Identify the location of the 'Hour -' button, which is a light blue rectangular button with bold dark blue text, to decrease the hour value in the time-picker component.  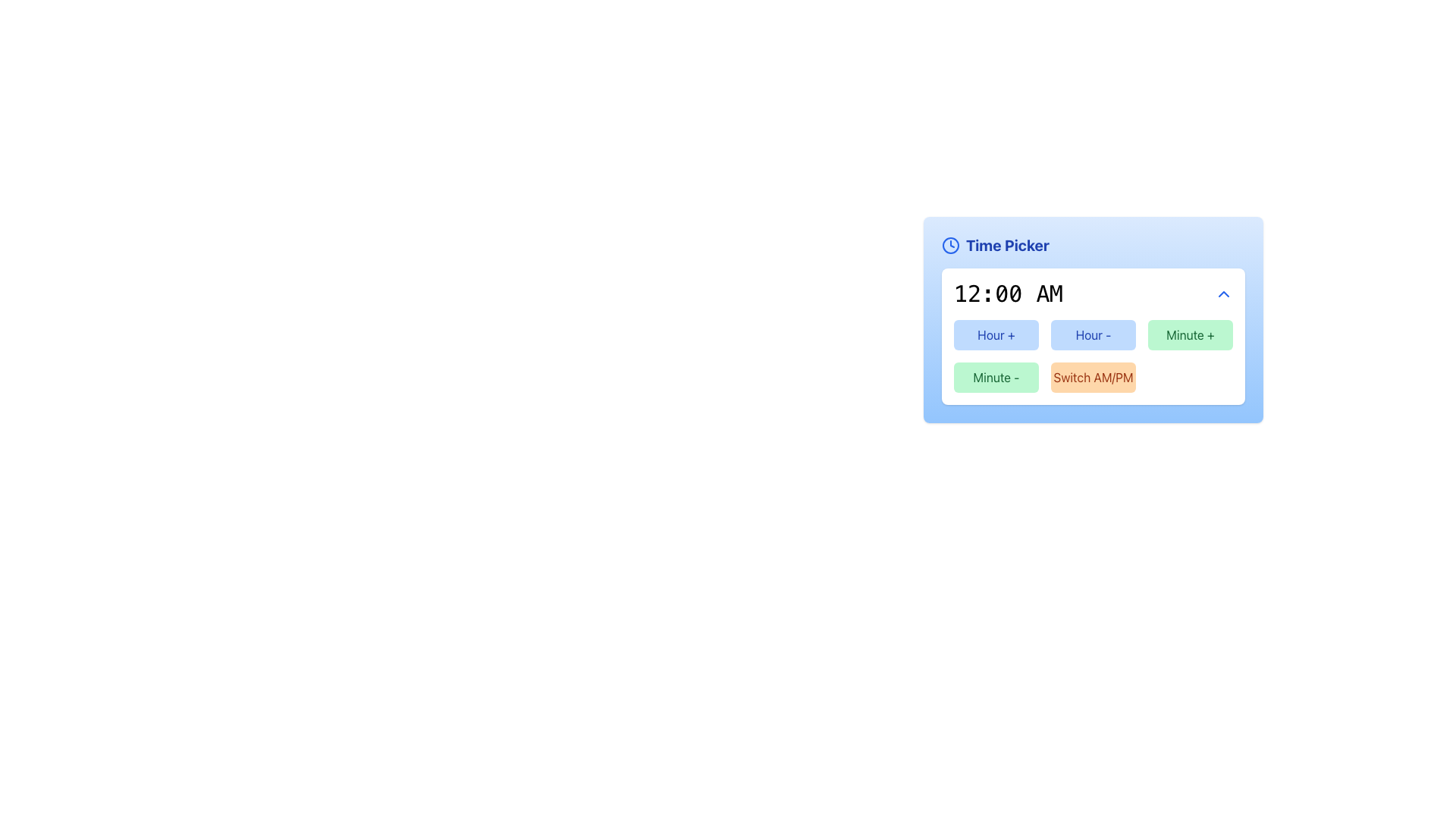
(1093, 318).